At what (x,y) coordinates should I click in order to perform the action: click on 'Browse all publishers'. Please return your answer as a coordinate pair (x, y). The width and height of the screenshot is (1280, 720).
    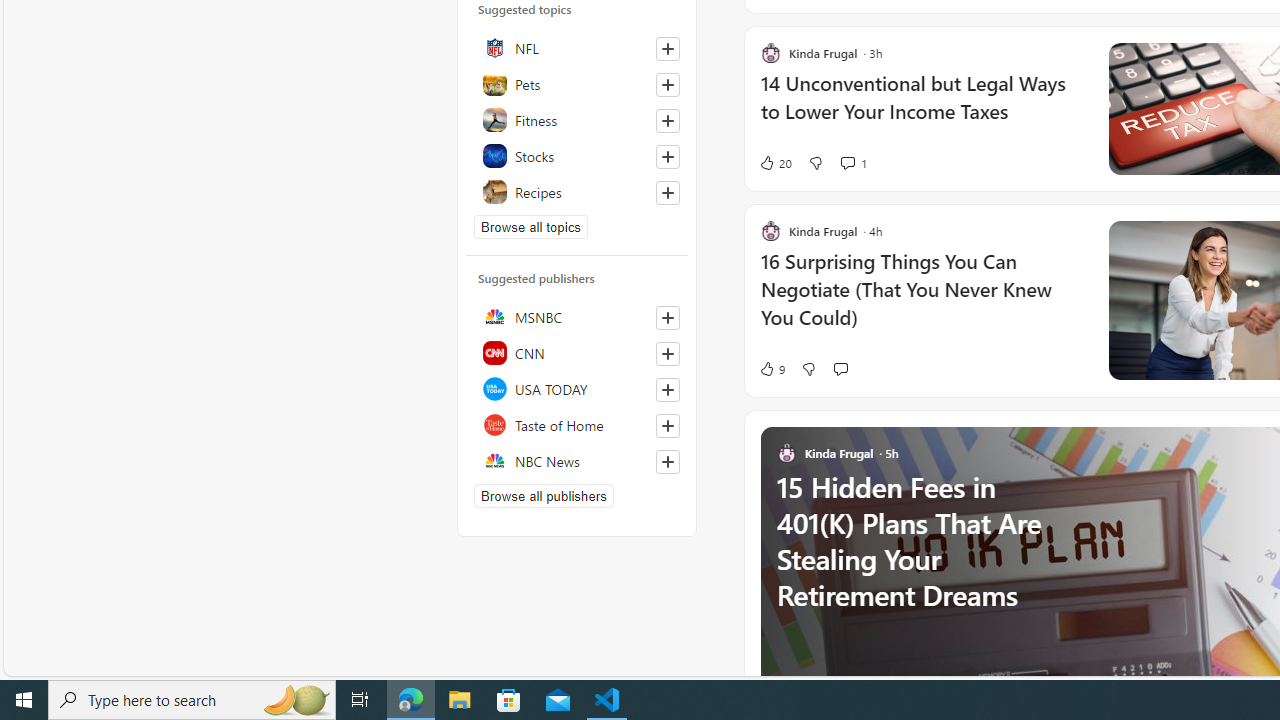
    Looking at the image, I should click on (544, 495).